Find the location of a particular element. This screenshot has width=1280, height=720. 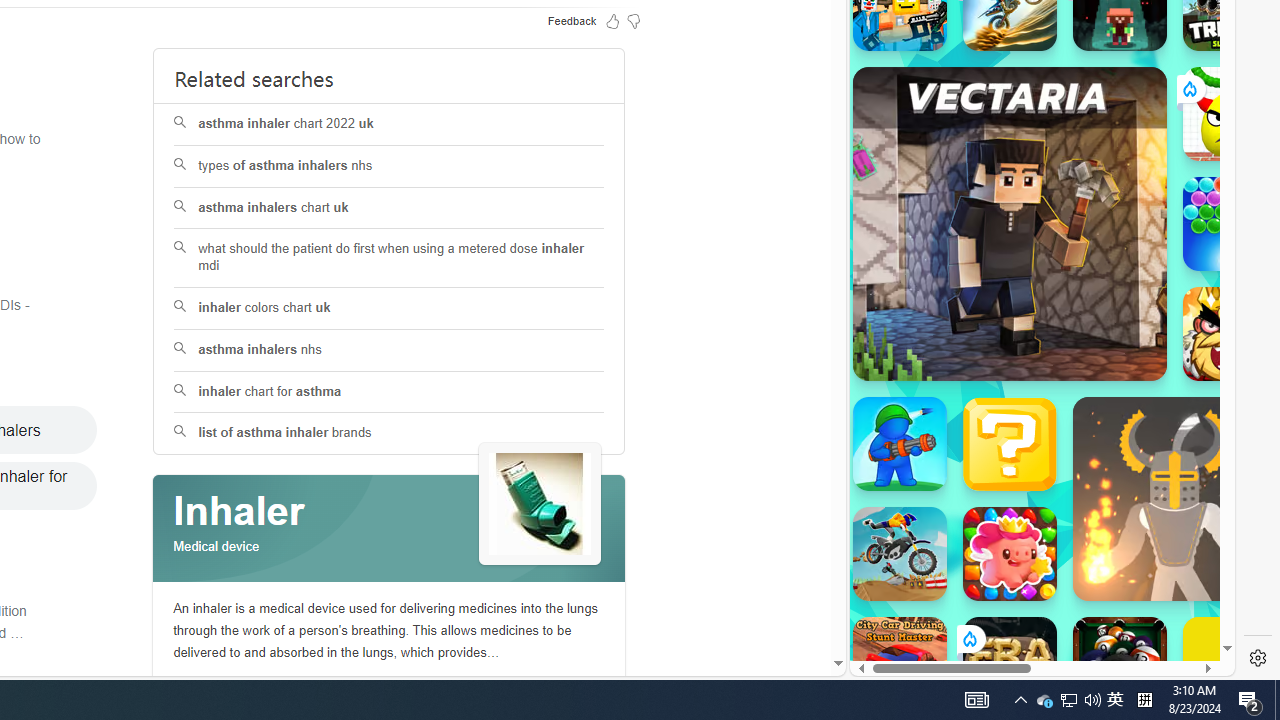

'Ragdoll Hit Ragdoll Hit' is located at coordinates (1175, 497).